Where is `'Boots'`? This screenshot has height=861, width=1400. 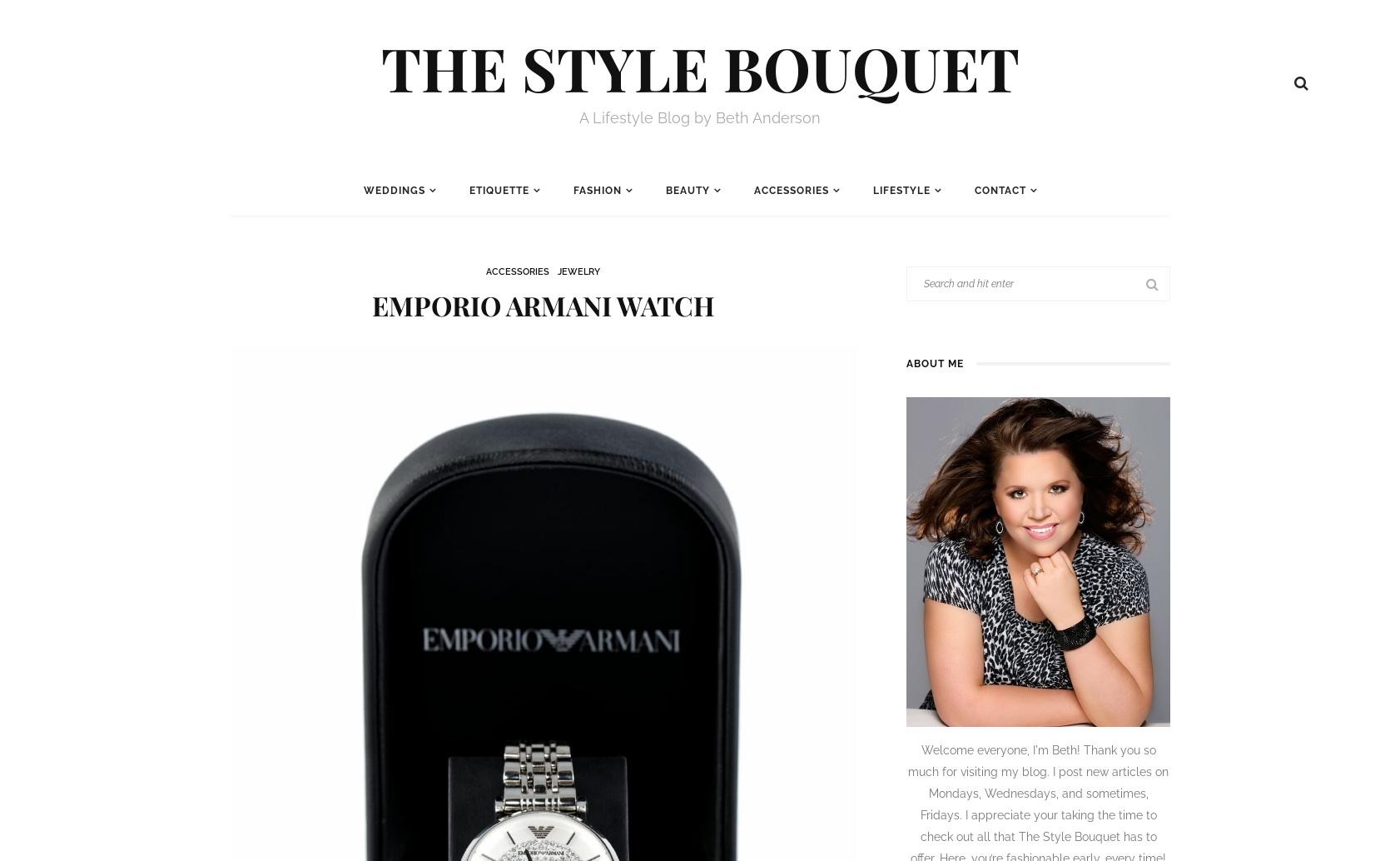
'Boots' is located at coordinates (933, 377).